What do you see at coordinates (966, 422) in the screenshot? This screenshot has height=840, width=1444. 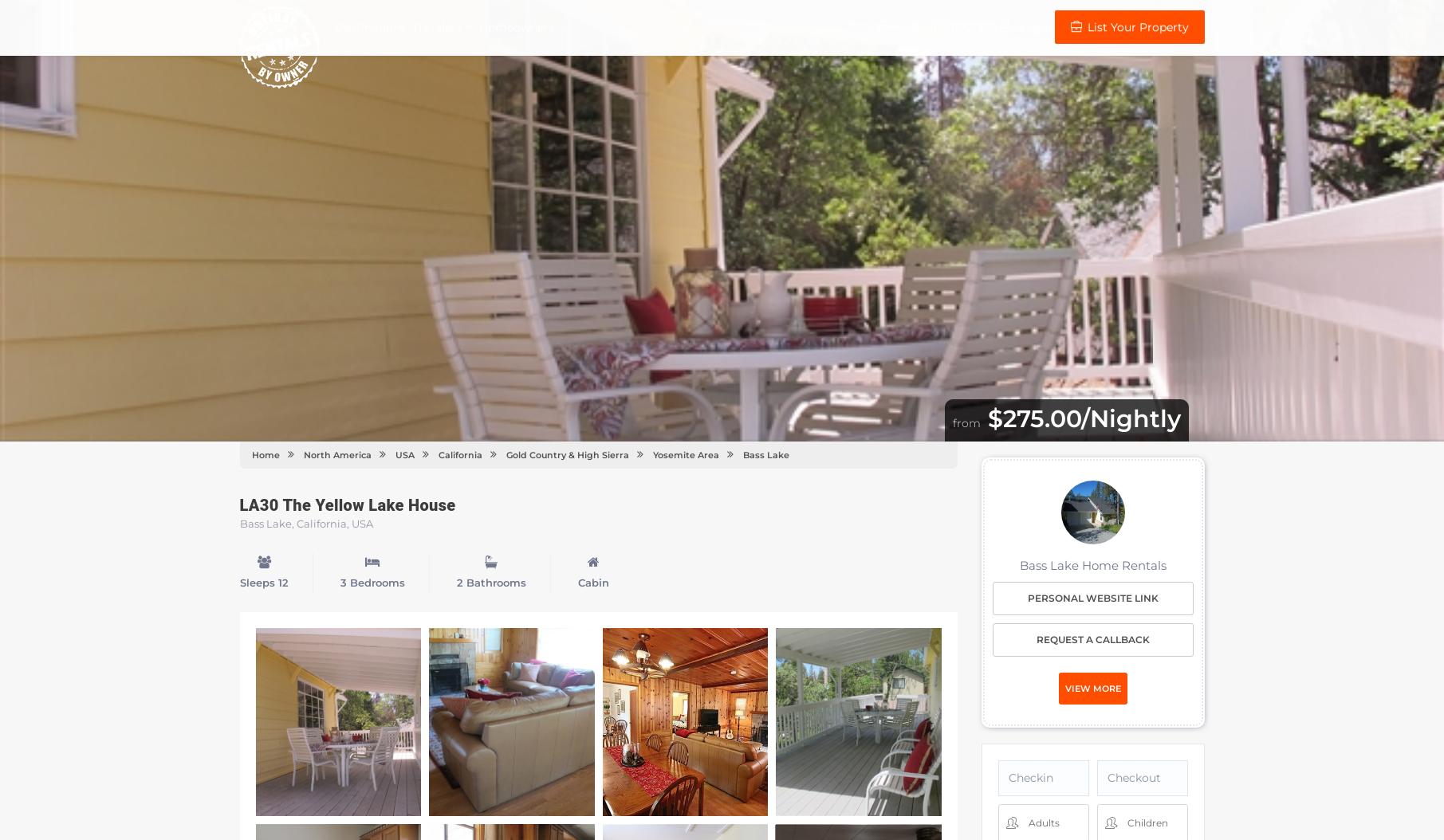 I see `'from'` at bounding box center [966, 422].